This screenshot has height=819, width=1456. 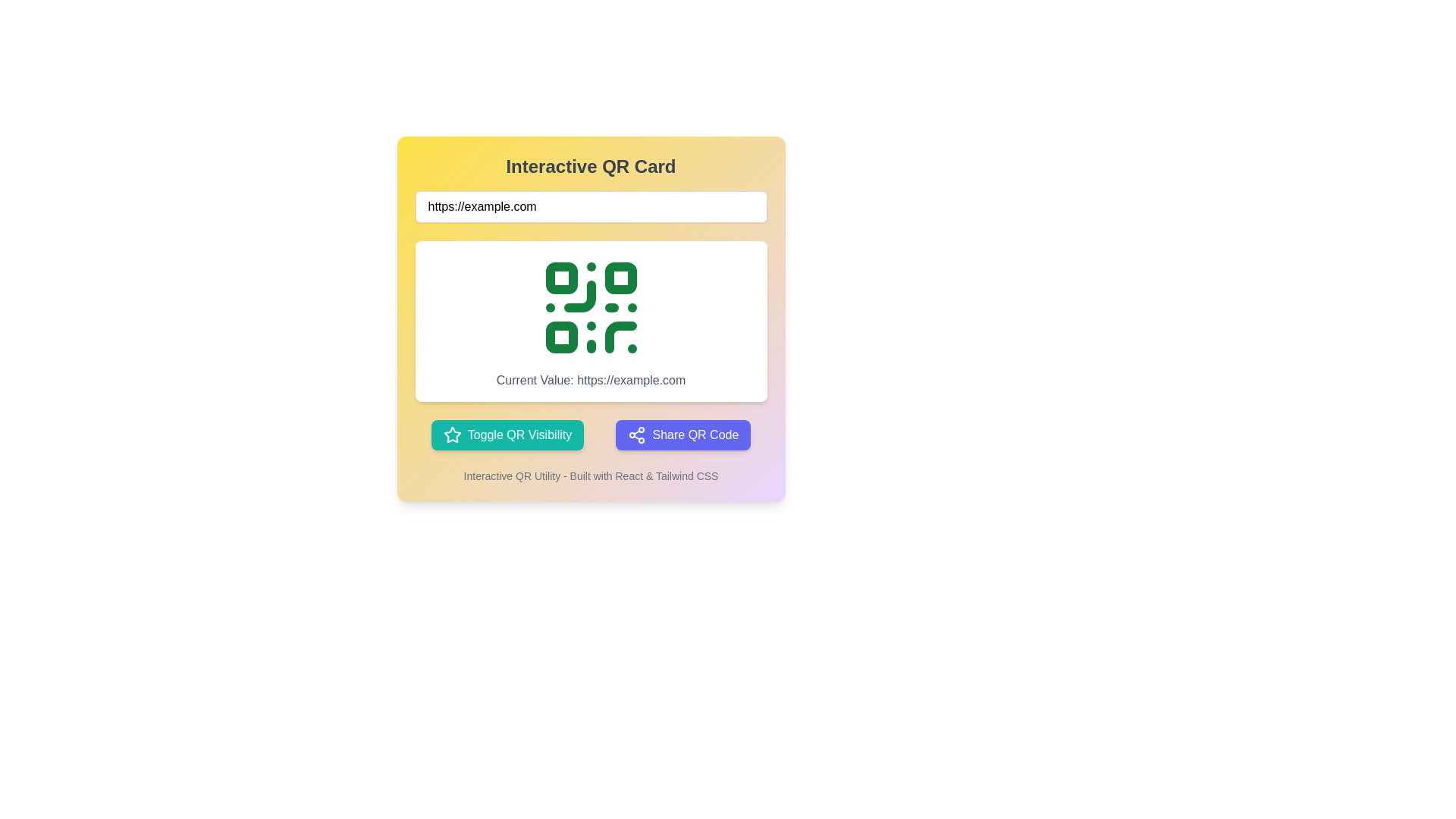 What do you see at coordinates (451, 435) in the screenshot?
I see `the star-shaped SVG icon located near the bottom right corner of the interface, which is part of a rating or selection system` at bounding box center [451, 435].